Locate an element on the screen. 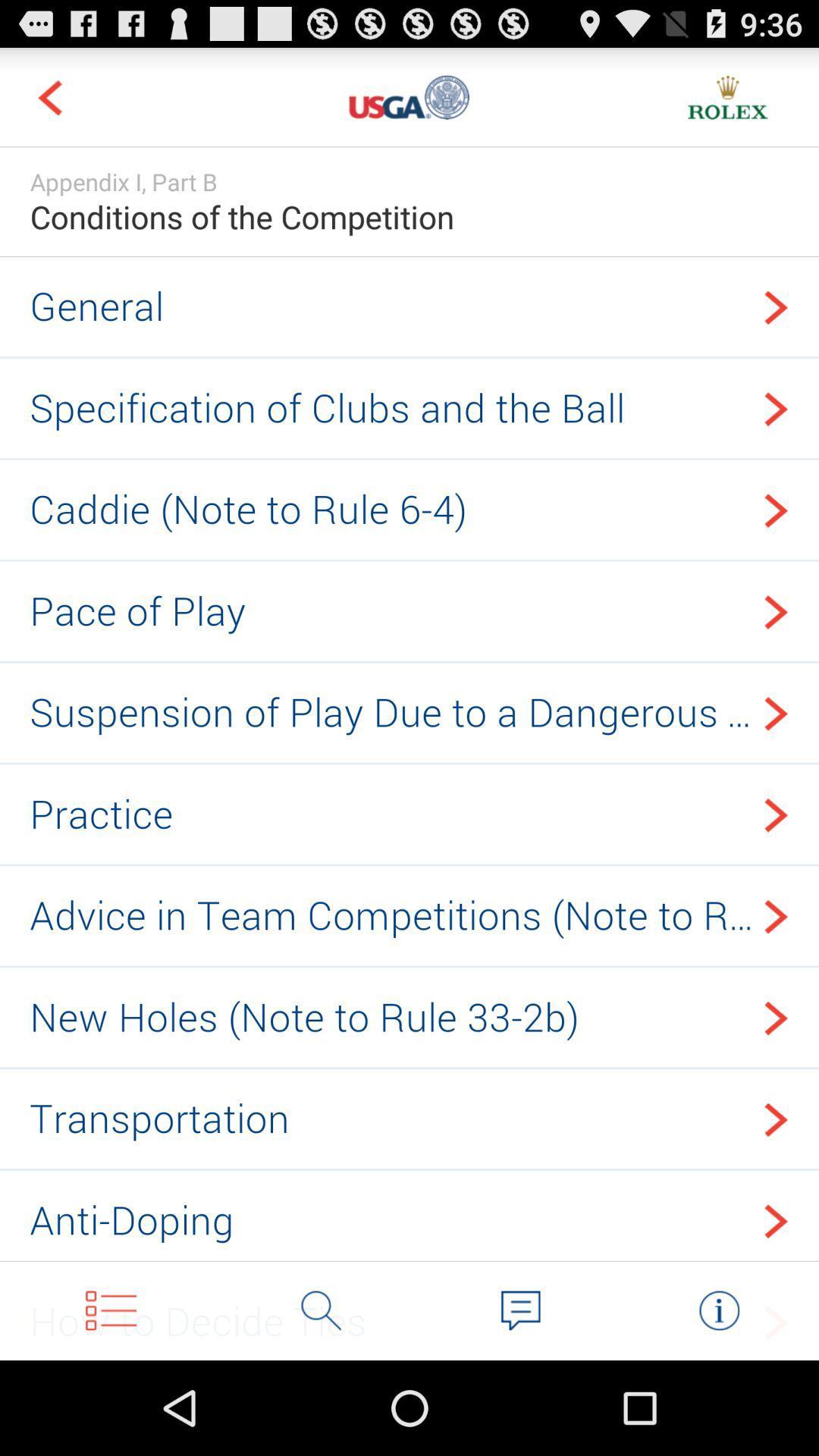 The image size is (819, 1456). the list icon is located at coordinates (110, 1401).